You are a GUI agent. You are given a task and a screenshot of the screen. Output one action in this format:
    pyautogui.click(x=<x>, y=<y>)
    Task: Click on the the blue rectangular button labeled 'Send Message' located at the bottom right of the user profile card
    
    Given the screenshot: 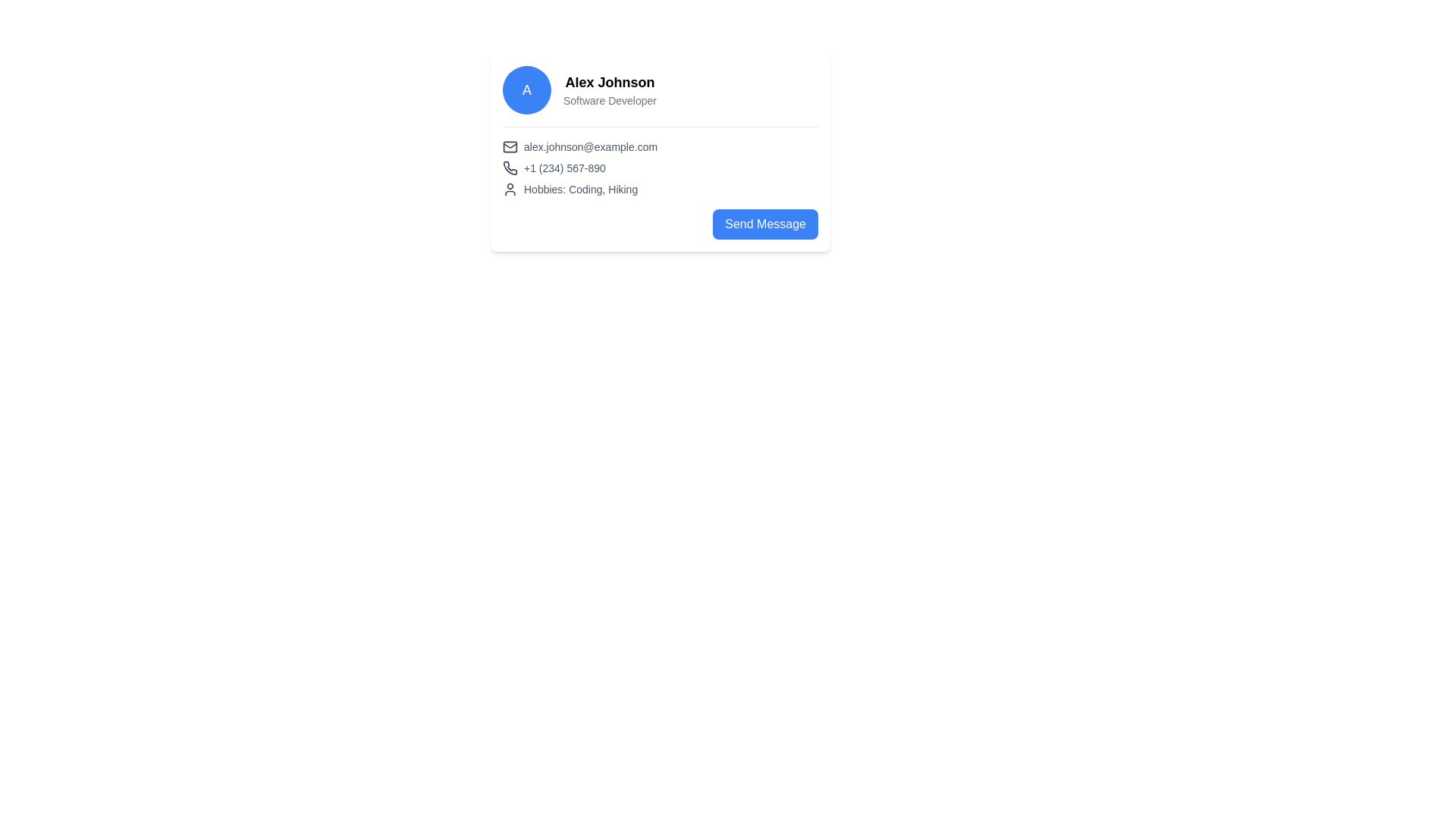 What is the action you would take?
    pyautogui.click(x=765, y=224)
    